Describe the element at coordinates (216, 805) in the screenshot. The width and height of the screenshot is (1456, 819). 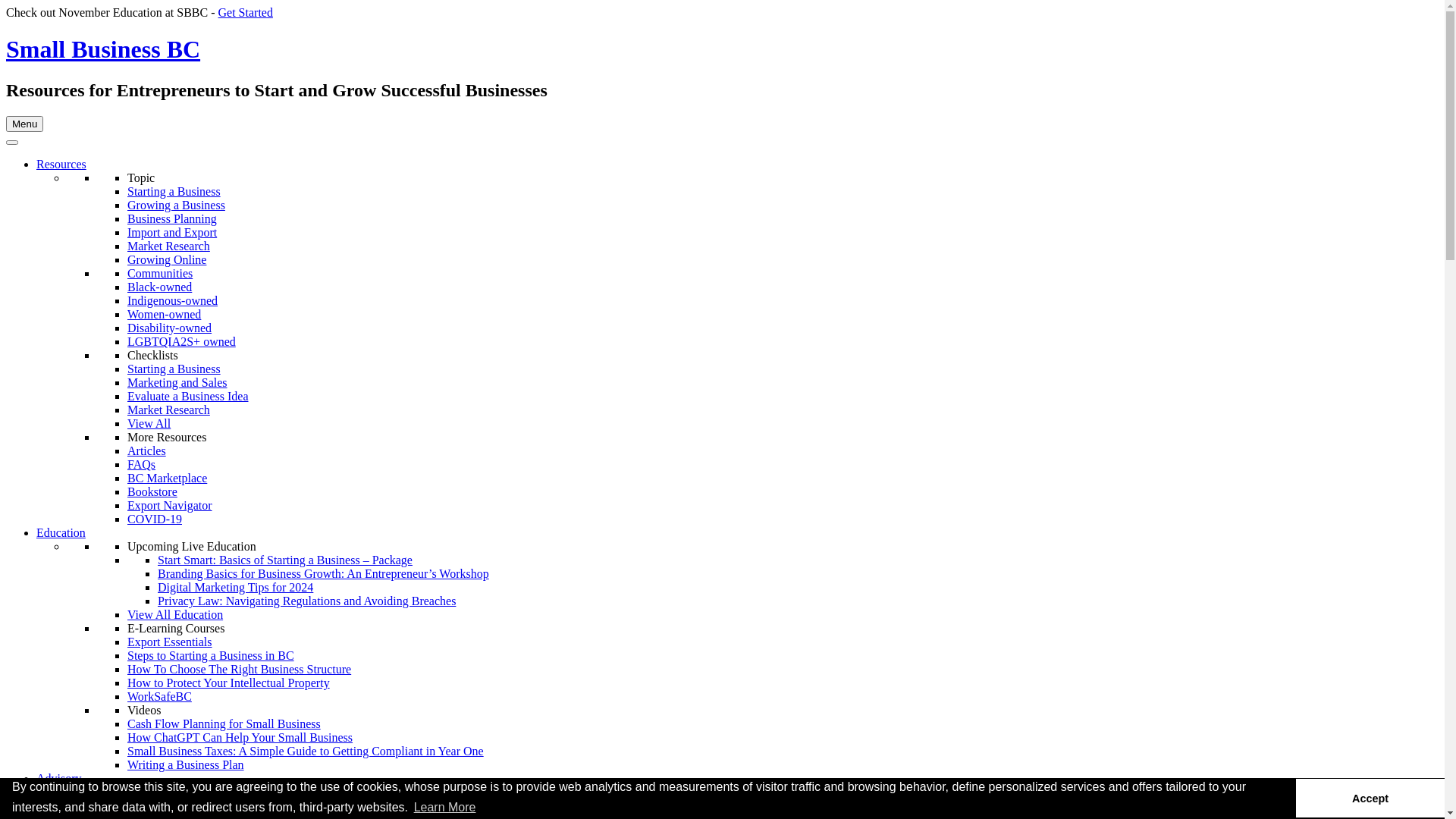
I see `'Free Introductory Business Advisory'` at that location.